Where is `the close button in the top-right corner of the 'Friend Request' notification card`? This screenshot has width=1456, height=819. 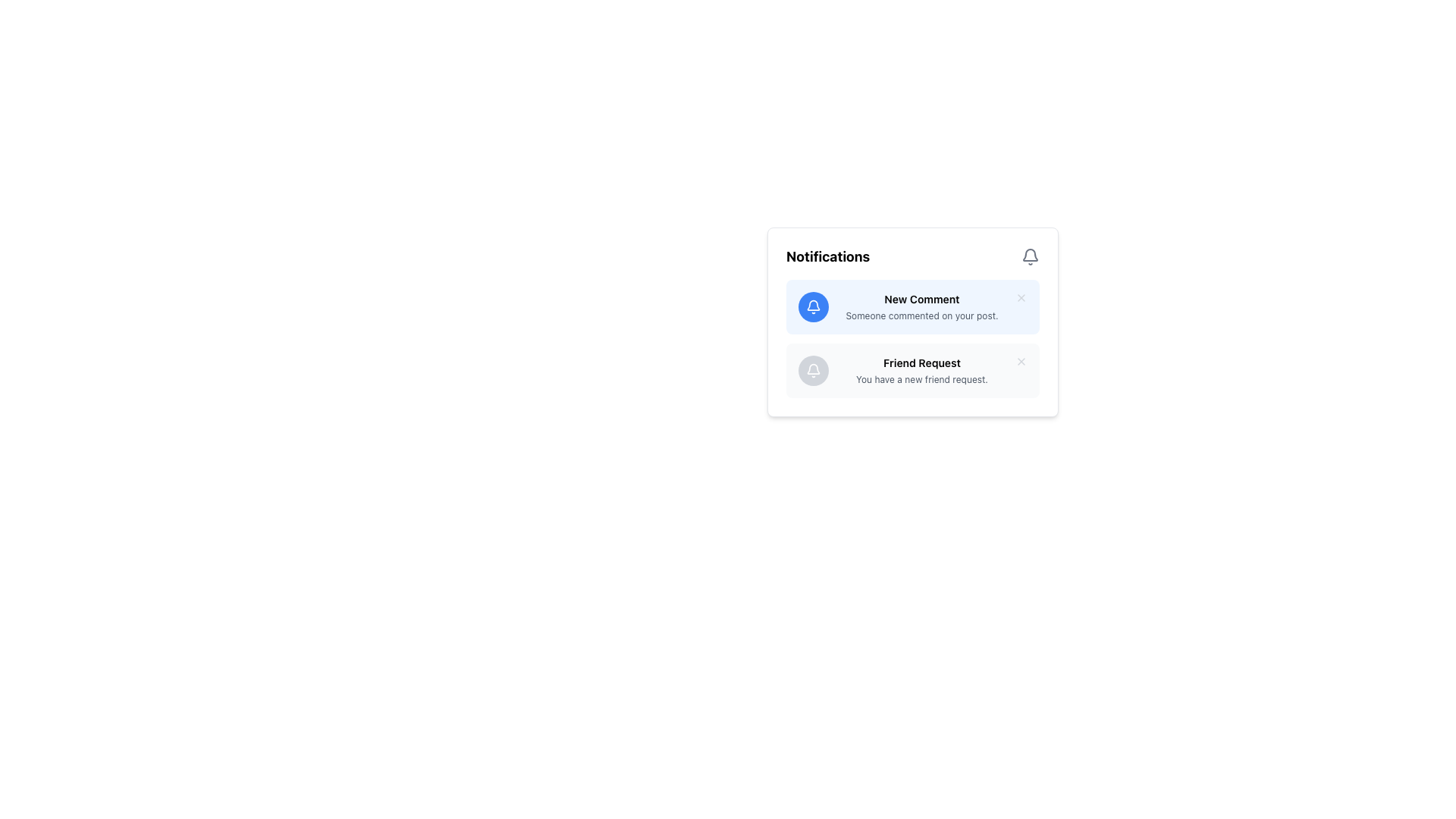 the close button in the top-right corner of the 'Friend Request' notification card is located at coordinates (1021, 362).